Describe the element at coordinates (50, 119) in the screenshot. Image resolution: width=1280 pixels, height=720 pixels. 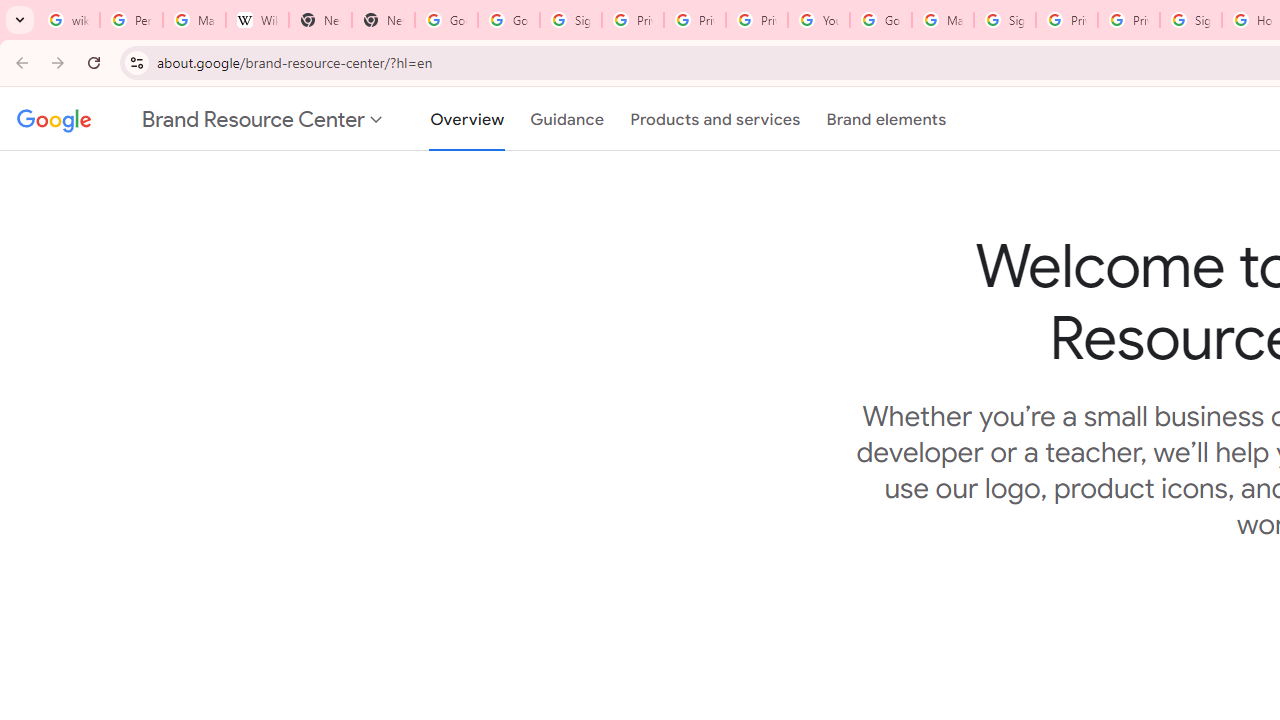
I see `'Google'` at that location.